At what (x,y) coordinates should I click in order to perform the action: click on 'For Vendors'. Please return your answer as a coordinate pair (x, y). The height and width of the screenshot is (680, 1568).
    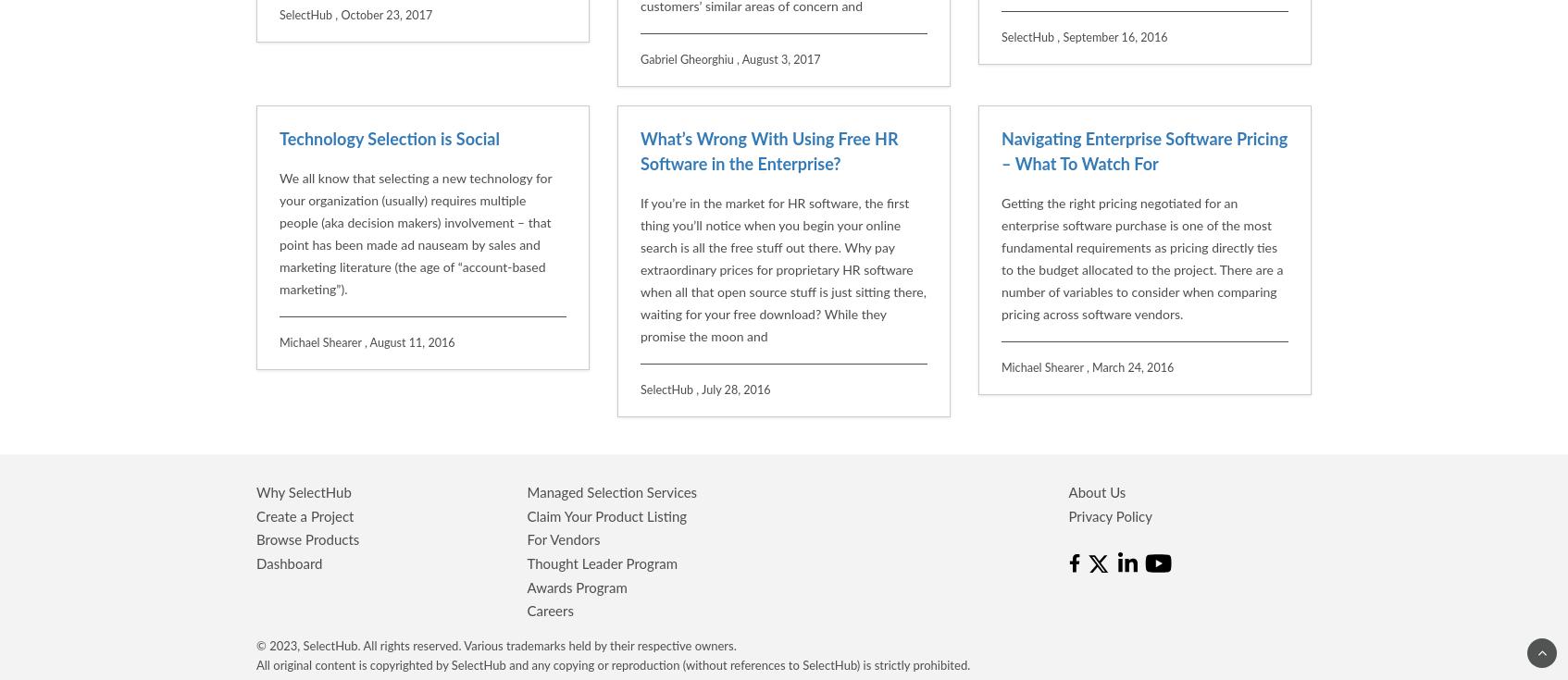
    Looking at the image, I should click on (562, 352).